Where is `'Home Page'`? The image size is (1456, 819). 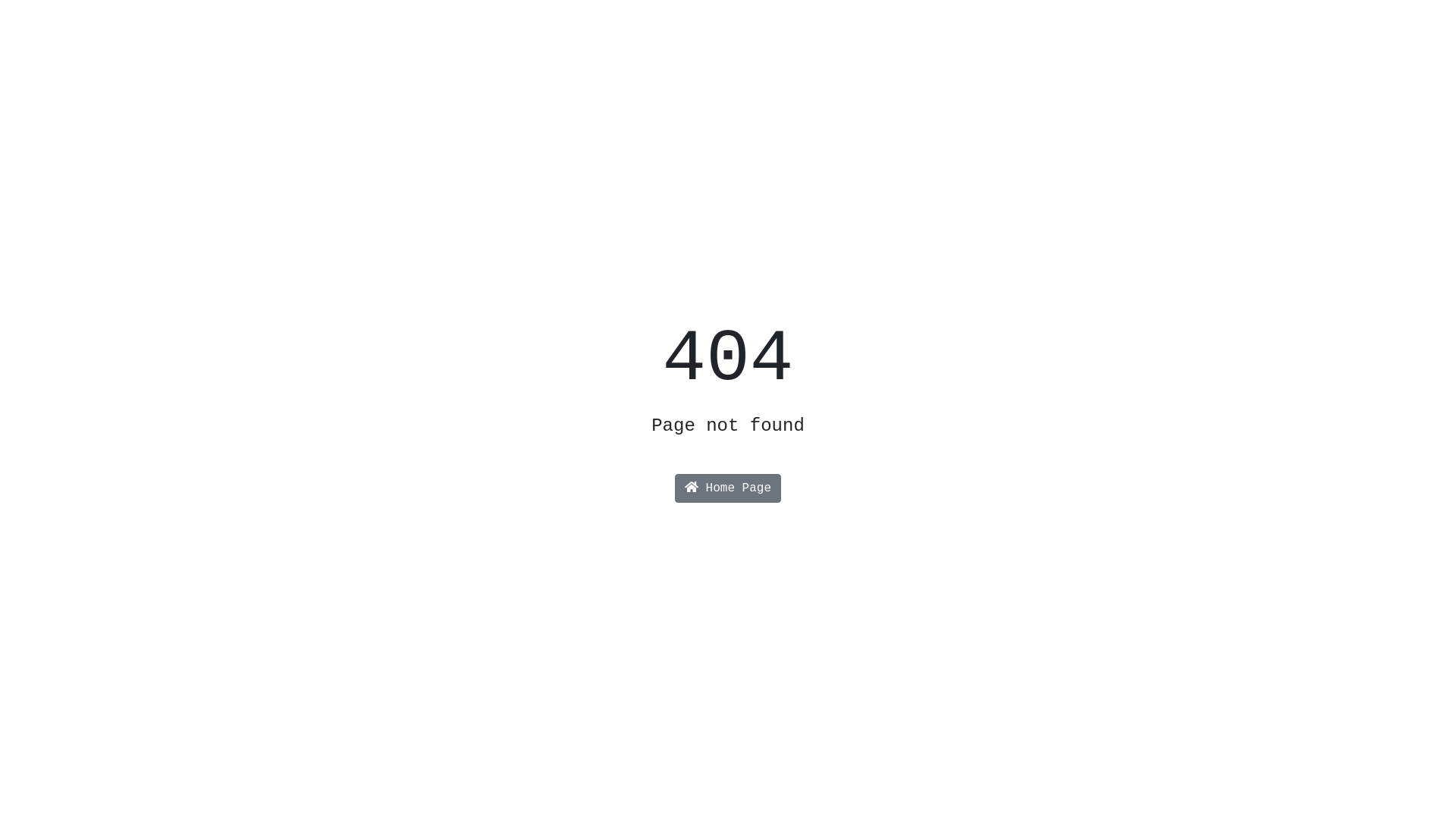
'Home Page' is located at coordinates (673, 488).